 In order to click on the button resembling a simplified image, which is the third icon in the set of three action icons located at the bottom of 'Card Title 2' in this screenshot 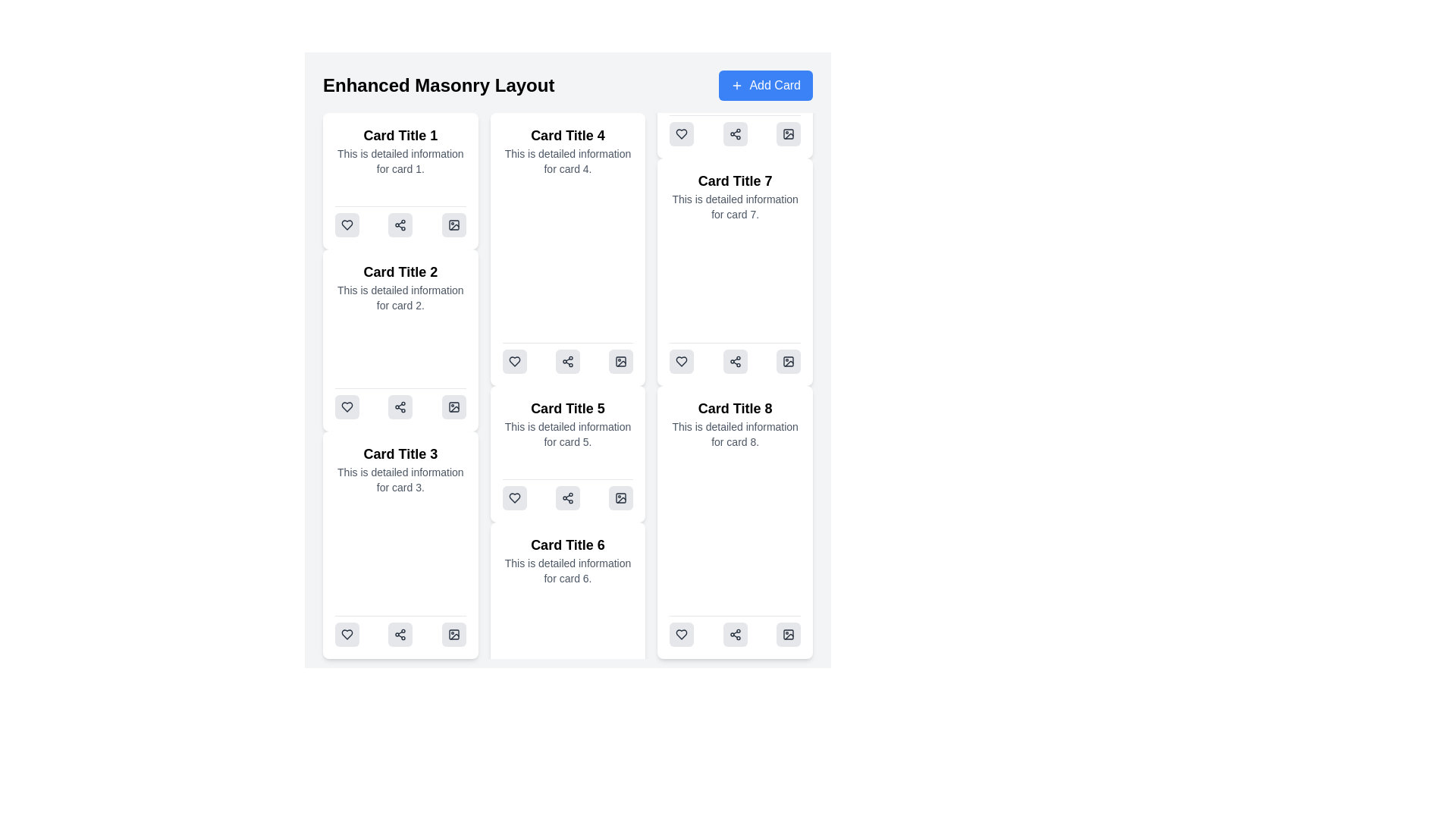, I will do `click(453, 406)`.